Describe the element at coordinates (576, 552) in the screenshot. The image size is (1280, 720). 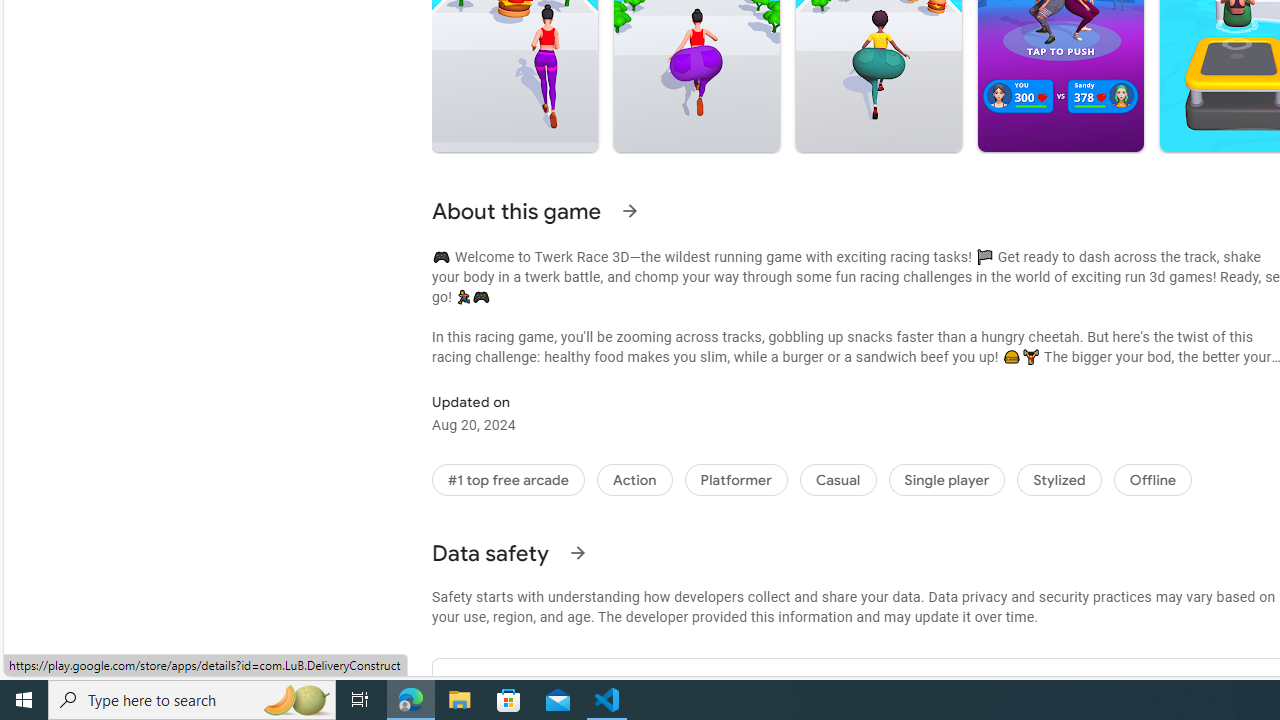
I see `'See more information on Data safety'` at that location.